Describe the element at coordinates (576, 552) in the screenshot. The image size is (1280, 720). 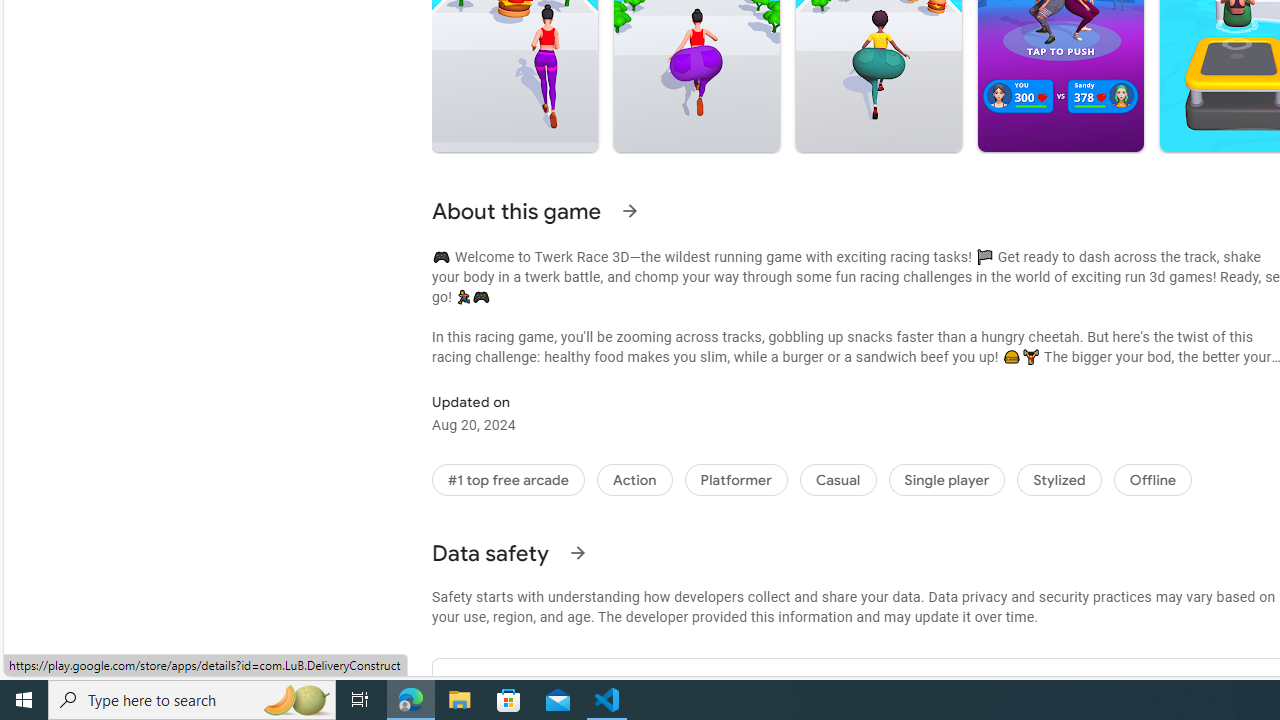
I see `'See more information on Data safety'` at that location.